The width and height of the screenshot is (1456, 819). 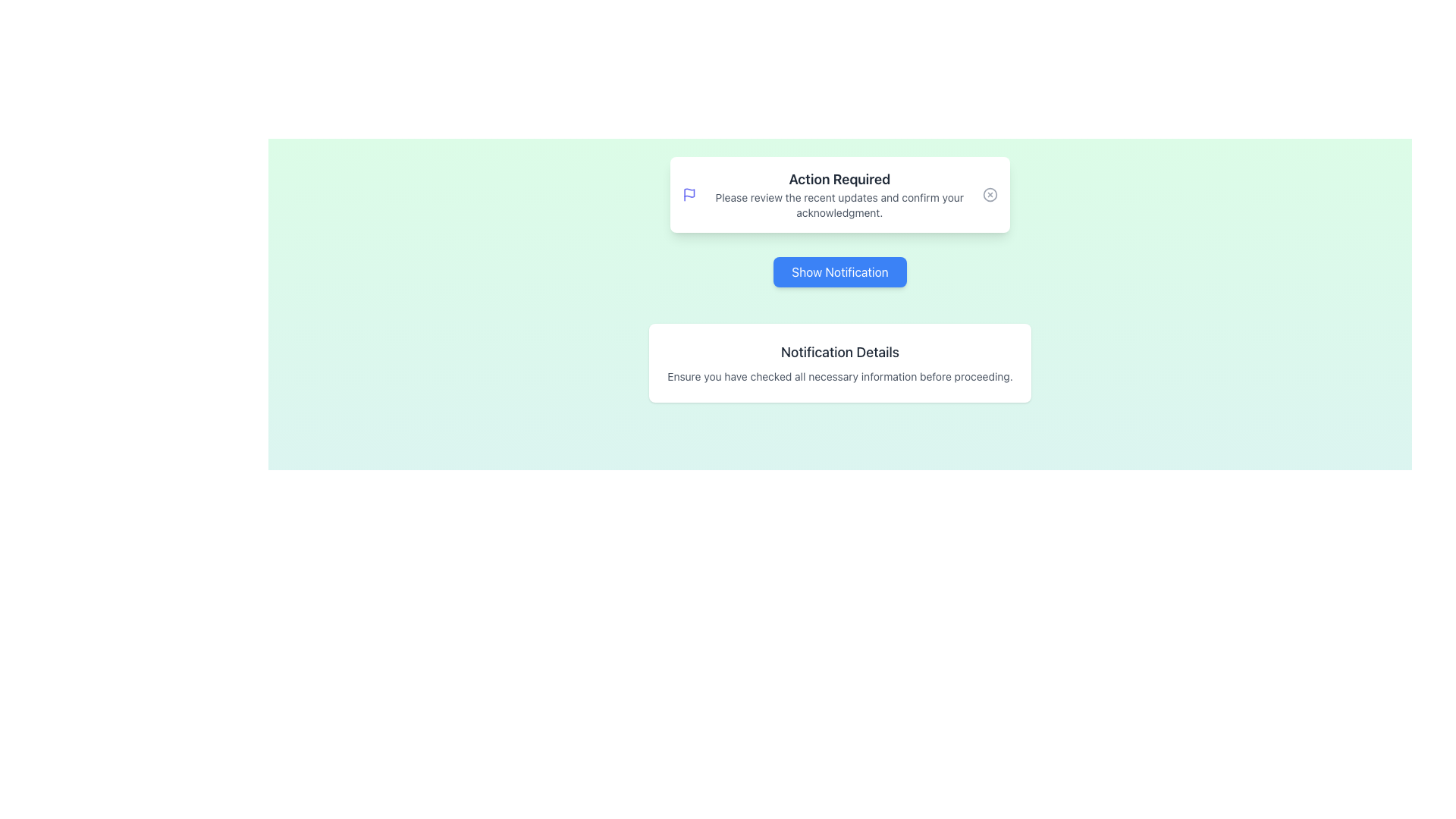 What do you see at coordinates (839, 353) in the screenshot?
I see `text of the Text Header located above the text element that reads 'Ensure you have checked all necessary information before proceeding.'` at bounding box center [839, 353].